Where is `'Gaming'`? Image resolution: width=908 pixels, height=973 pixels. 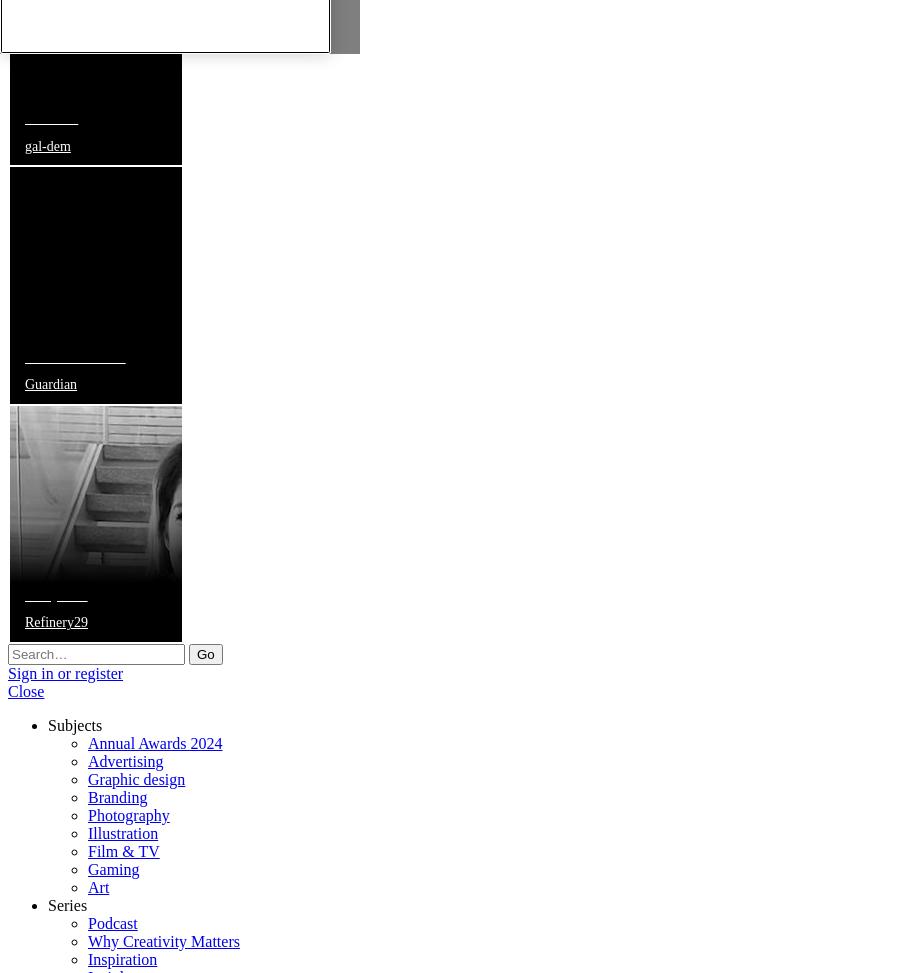 'Gaming' is located at coordinates (86, 868).